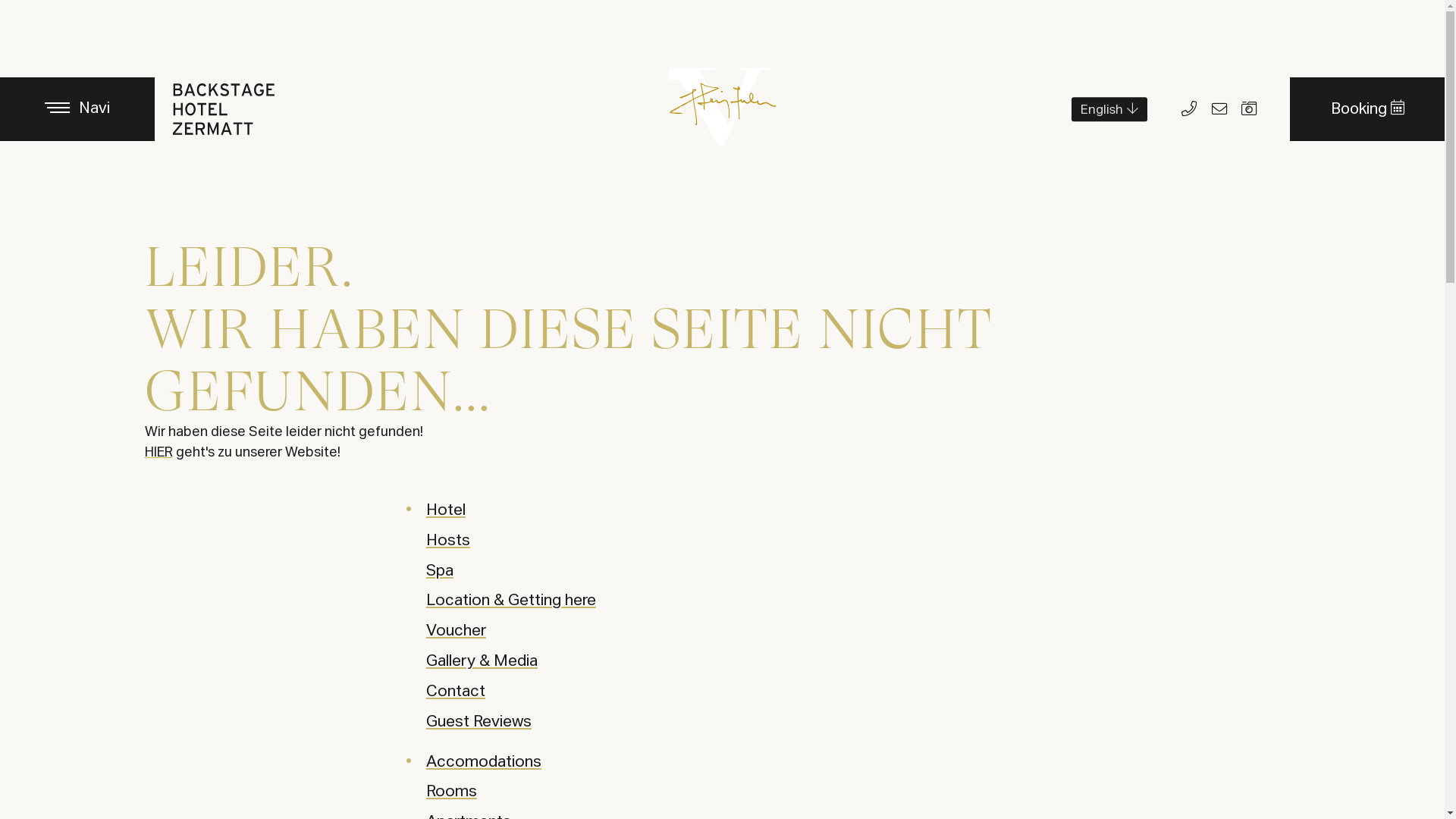 The image size is (1456, 819). Describe the element at coordinates (447, 540) in the screenshot. I see `'Hosts'` at that location.